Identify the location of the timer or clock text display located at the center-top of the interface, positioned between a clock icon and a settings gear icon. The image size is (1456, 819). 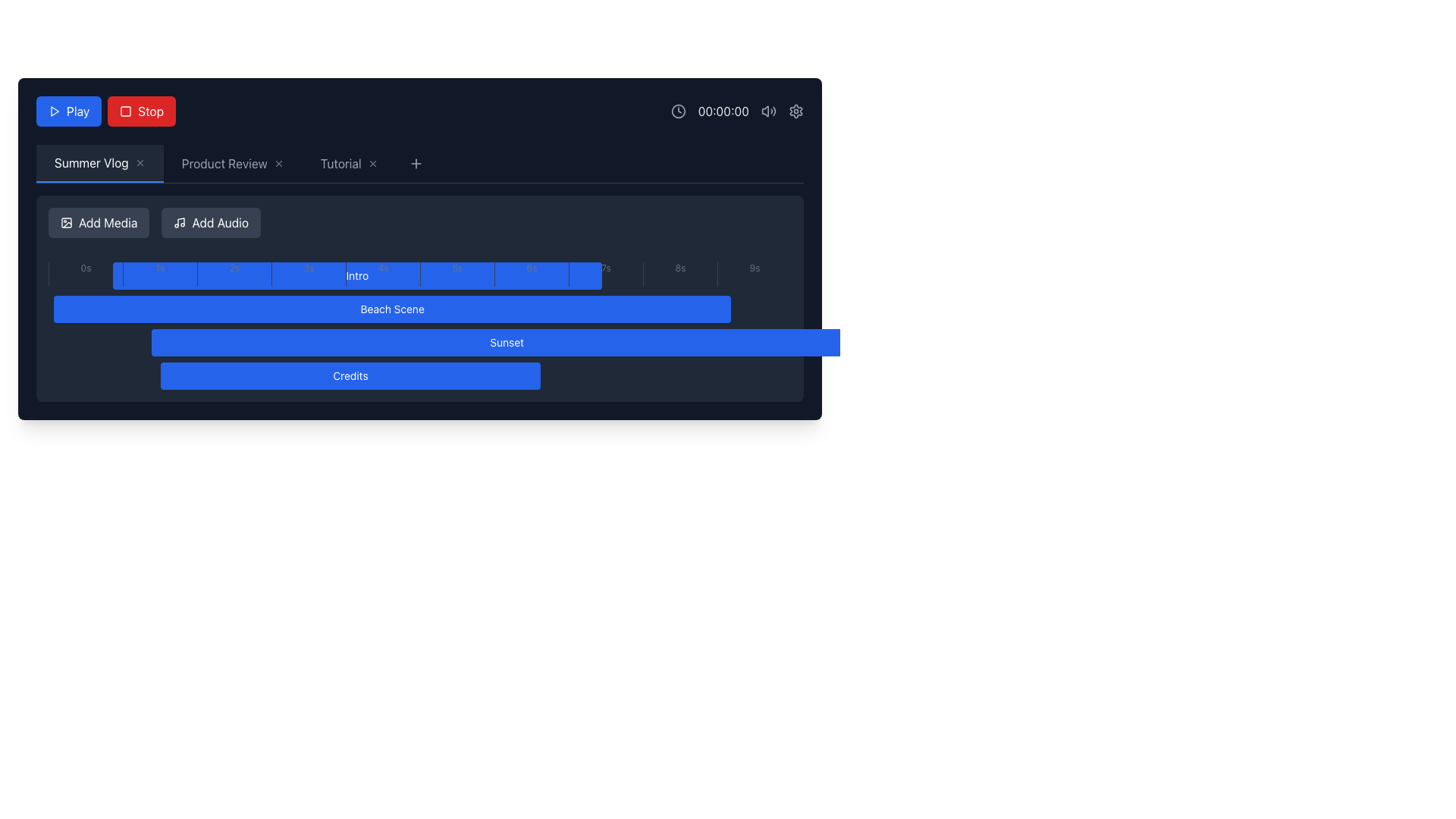
(723, 110).